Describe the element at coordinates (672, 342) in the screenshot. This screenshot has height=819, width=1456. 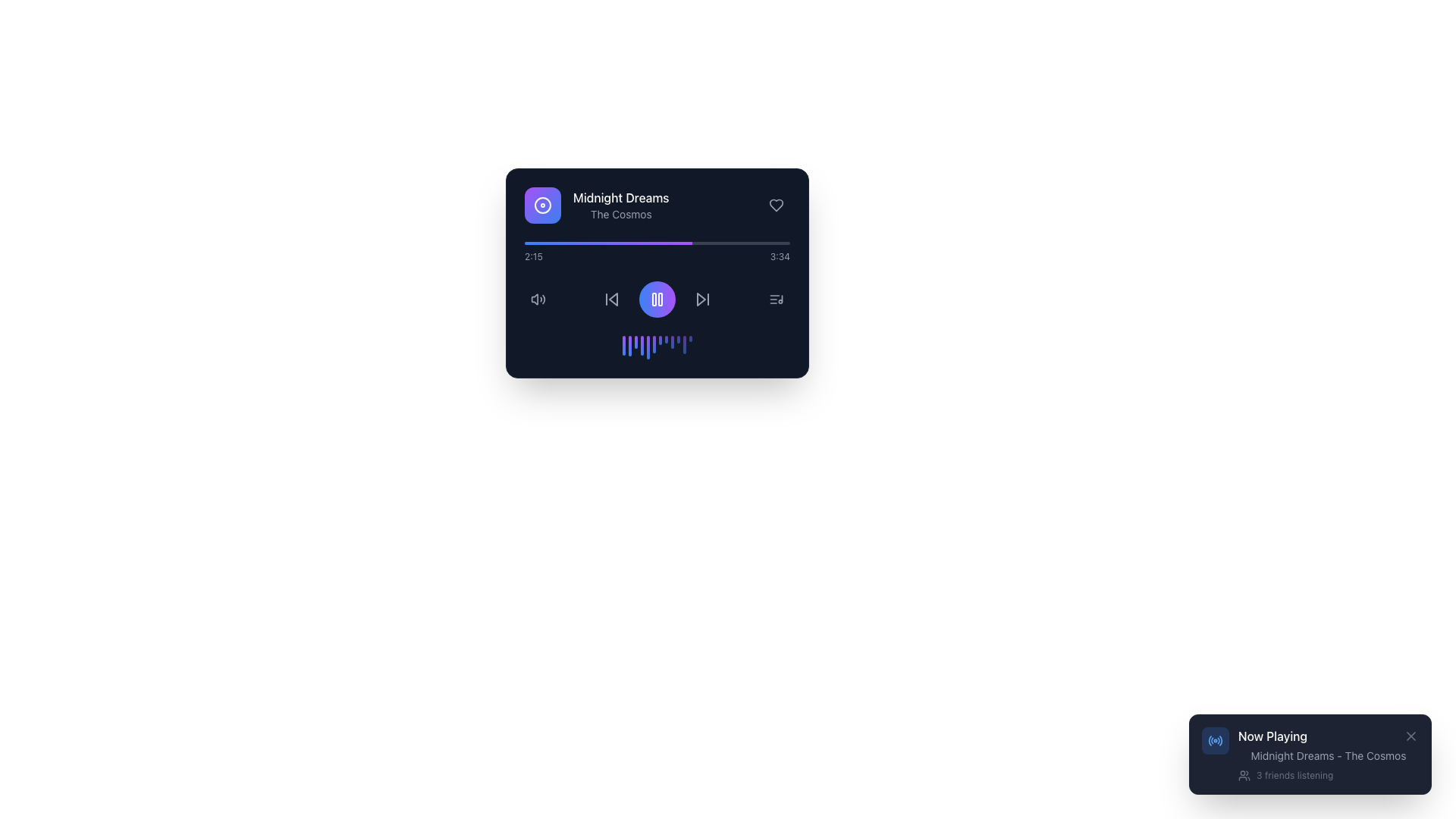
I see `the ninth animated vertical bar in the mini equalizer visualization of the music player interface, which features a gradient from blue to purple and a pulsating effect` at that location.